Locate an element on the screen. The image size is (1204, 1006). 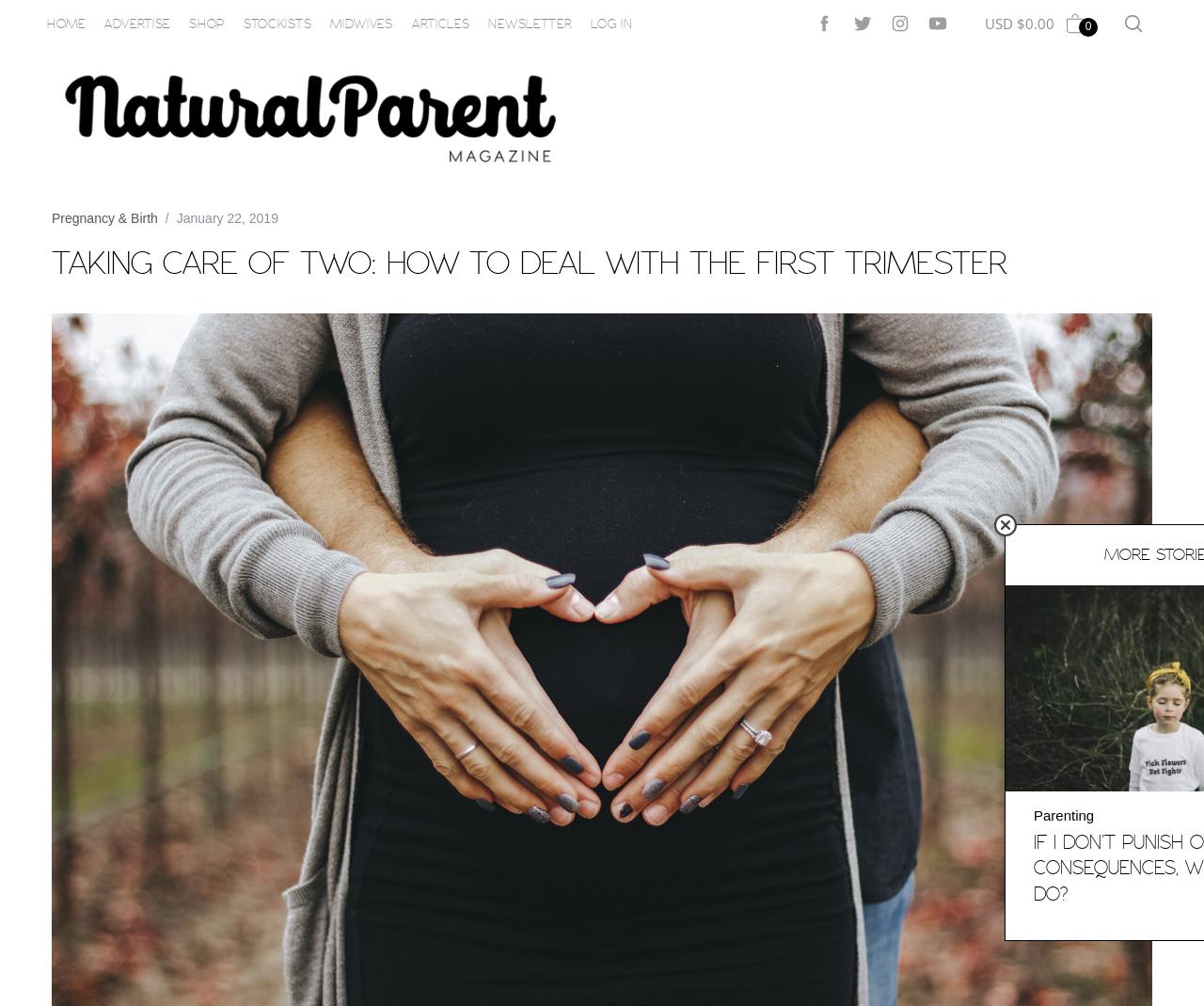
'0.00' is located at coordinates (1038, 22).